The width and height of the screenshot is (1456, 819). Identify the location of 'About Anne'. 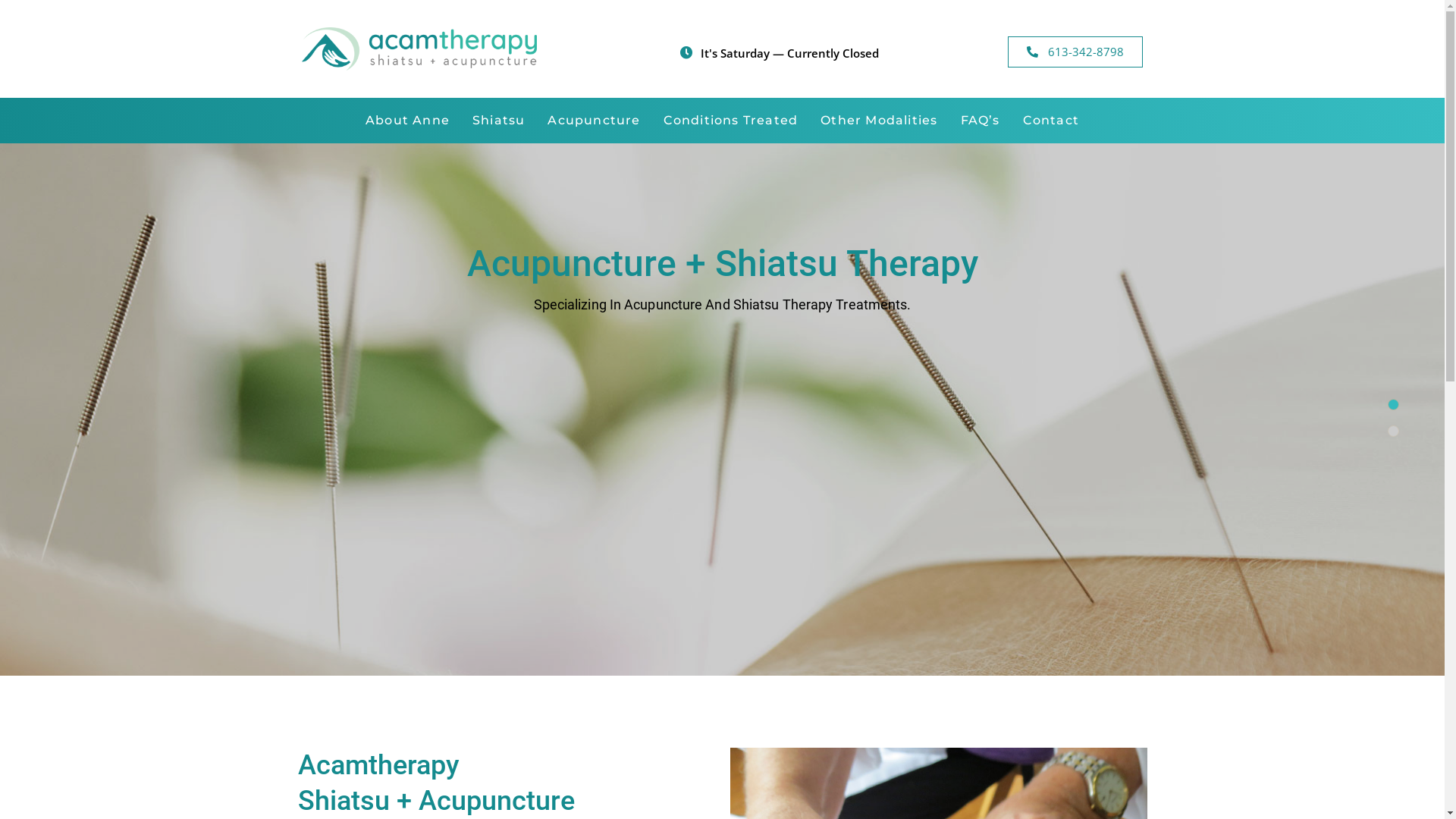
(407, 119).